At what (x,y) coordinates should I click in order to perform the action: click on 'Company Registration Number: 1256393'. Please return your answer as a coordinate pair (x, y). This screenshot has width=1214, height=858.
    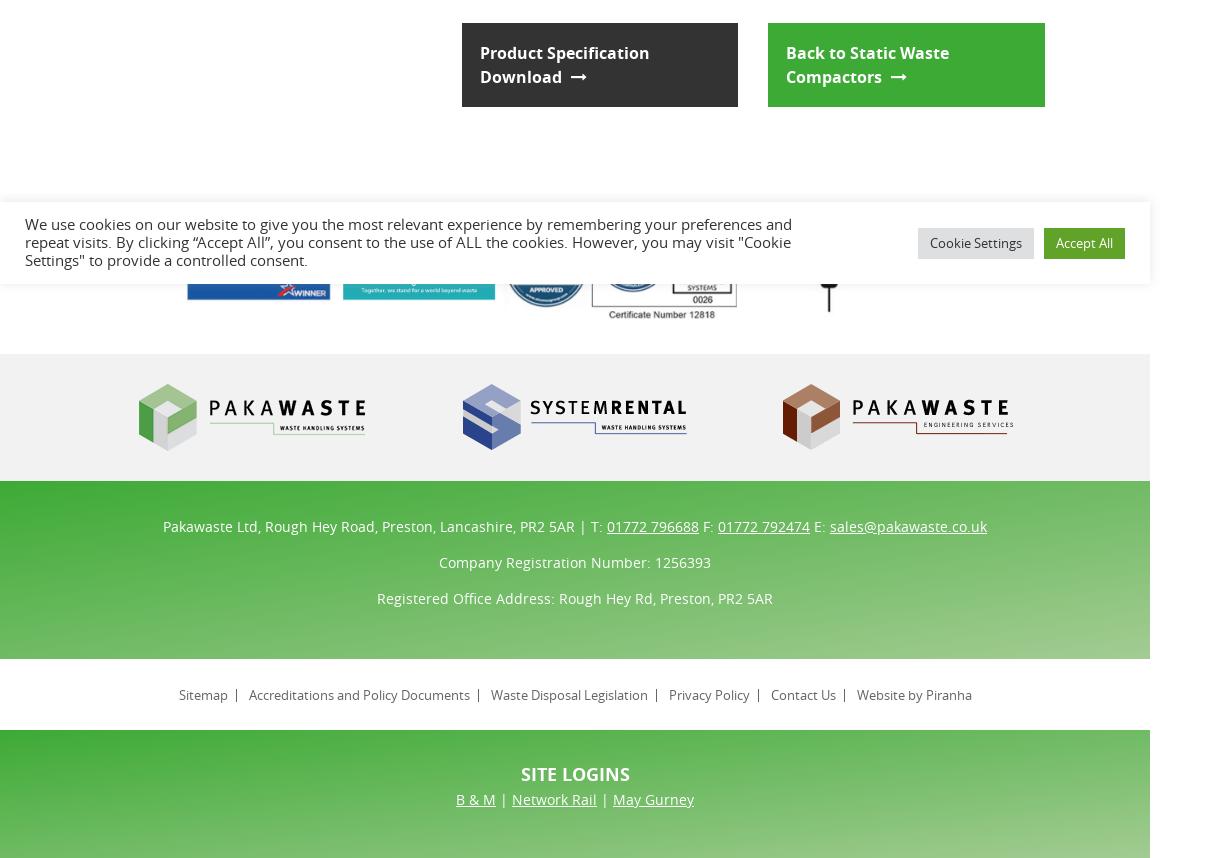
    Looking at the image, I should click on (574, 560).